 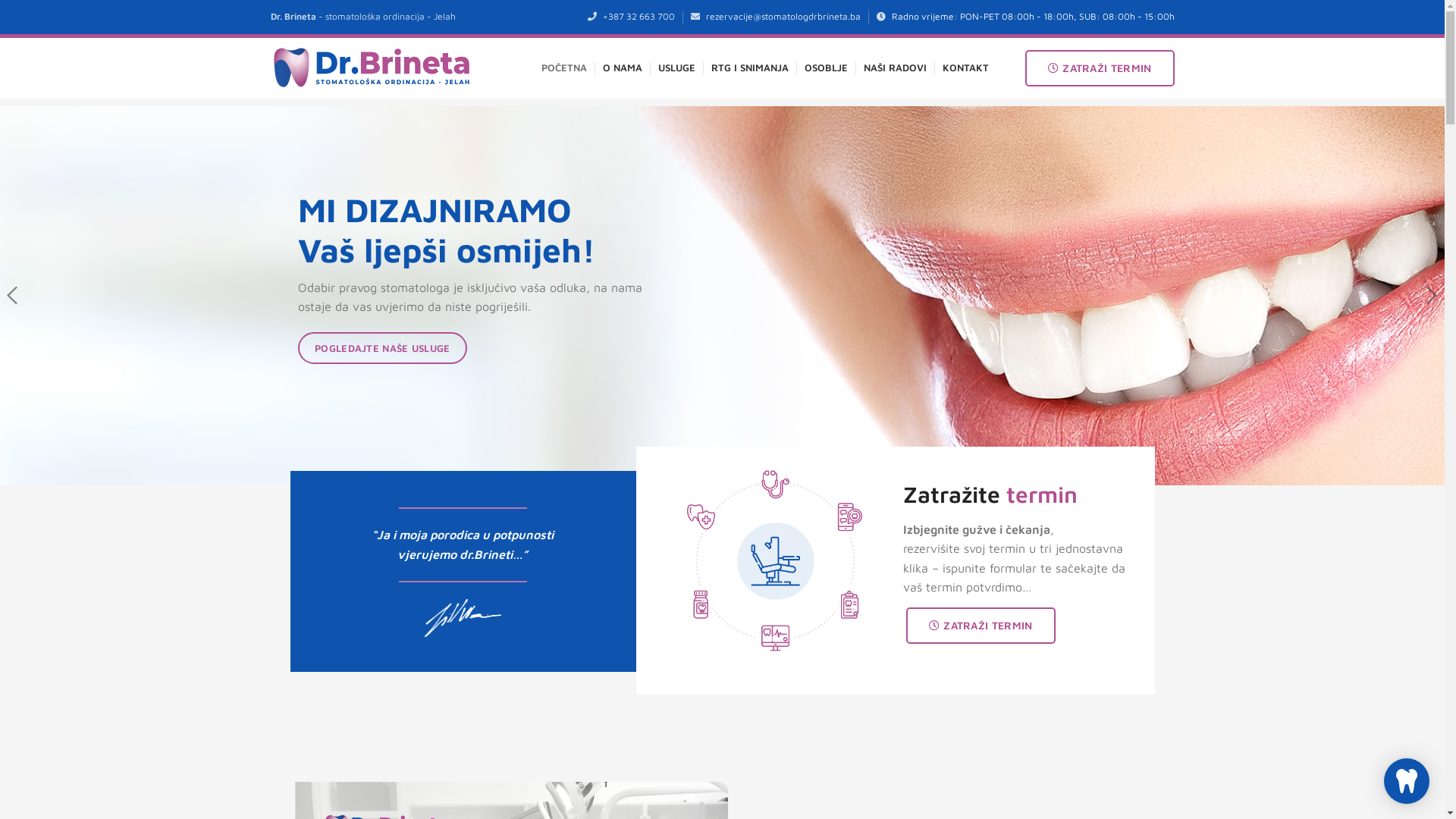 I want to click on 'O NAMA', so click(x=537, y=620).